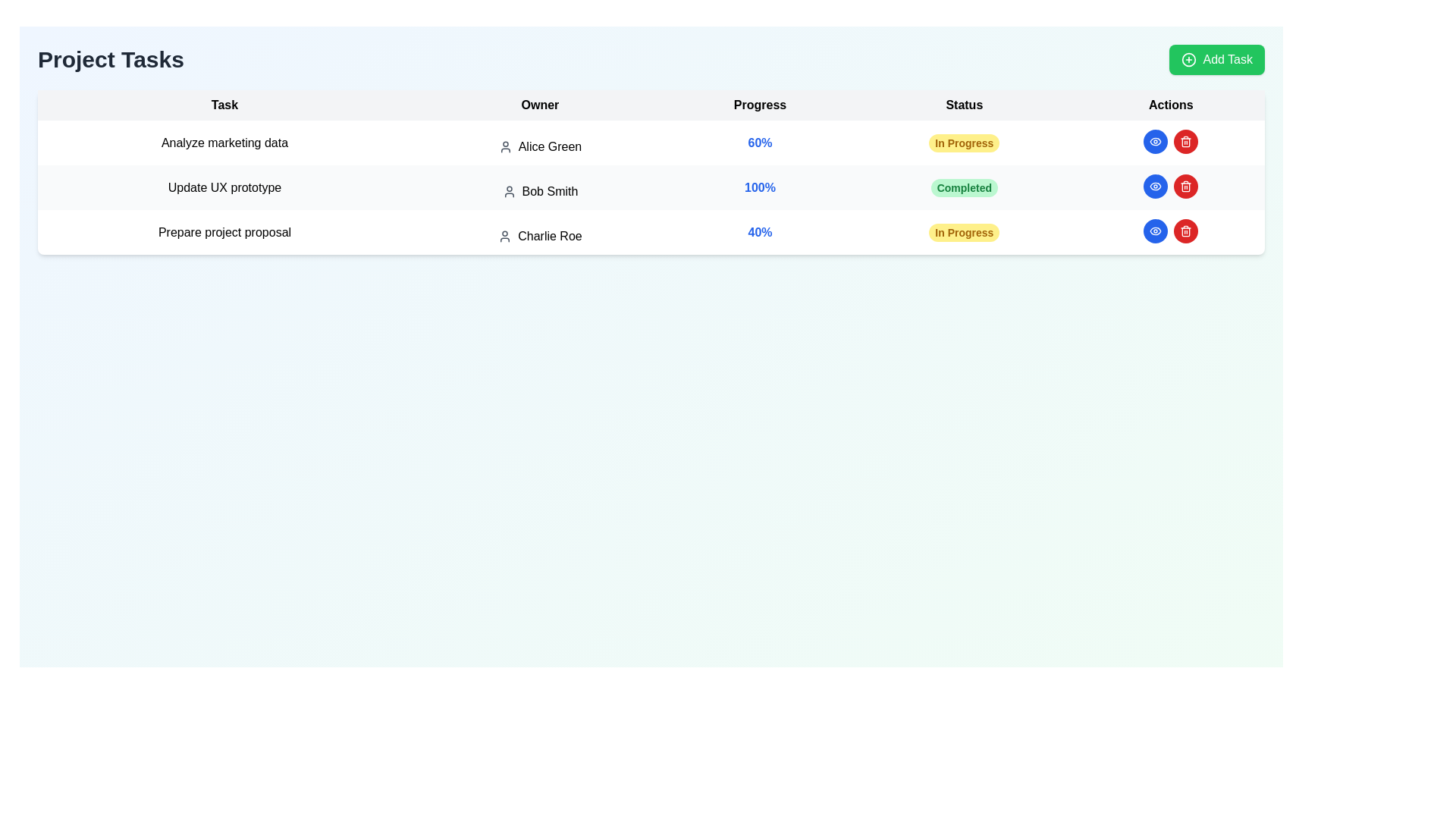 The image size is (1456, 819). I want to click on progression information from the progress indicator located in the third row of the table under the 'Progress' column, positioned between 'Charlie Roe' and 'In Progress', so click(760, 232).